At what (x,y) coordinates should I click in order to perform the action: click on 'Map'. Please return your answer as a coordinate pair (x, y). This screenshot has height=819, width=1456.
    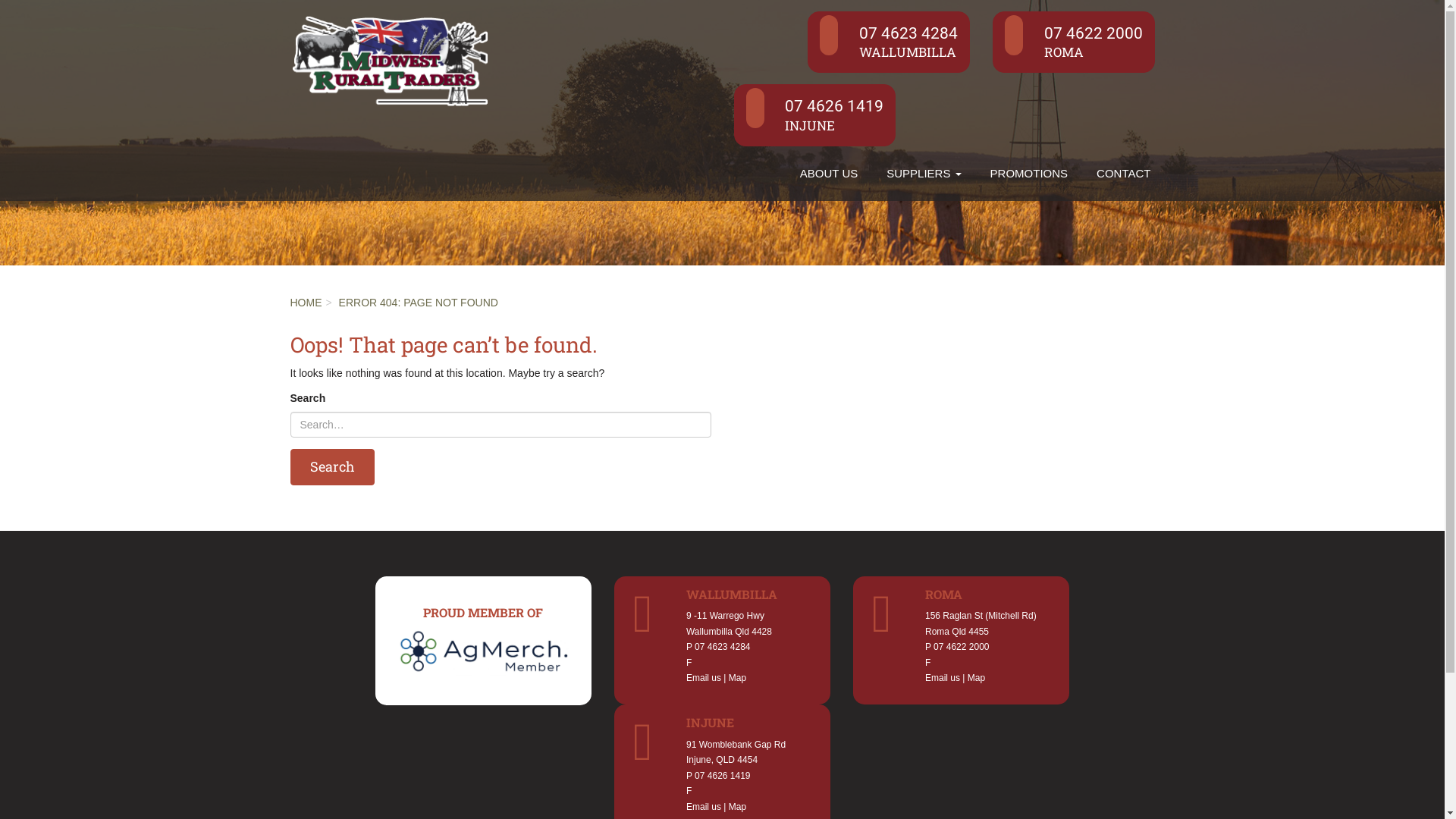
    Looking at the image, I should click on (737, 677).